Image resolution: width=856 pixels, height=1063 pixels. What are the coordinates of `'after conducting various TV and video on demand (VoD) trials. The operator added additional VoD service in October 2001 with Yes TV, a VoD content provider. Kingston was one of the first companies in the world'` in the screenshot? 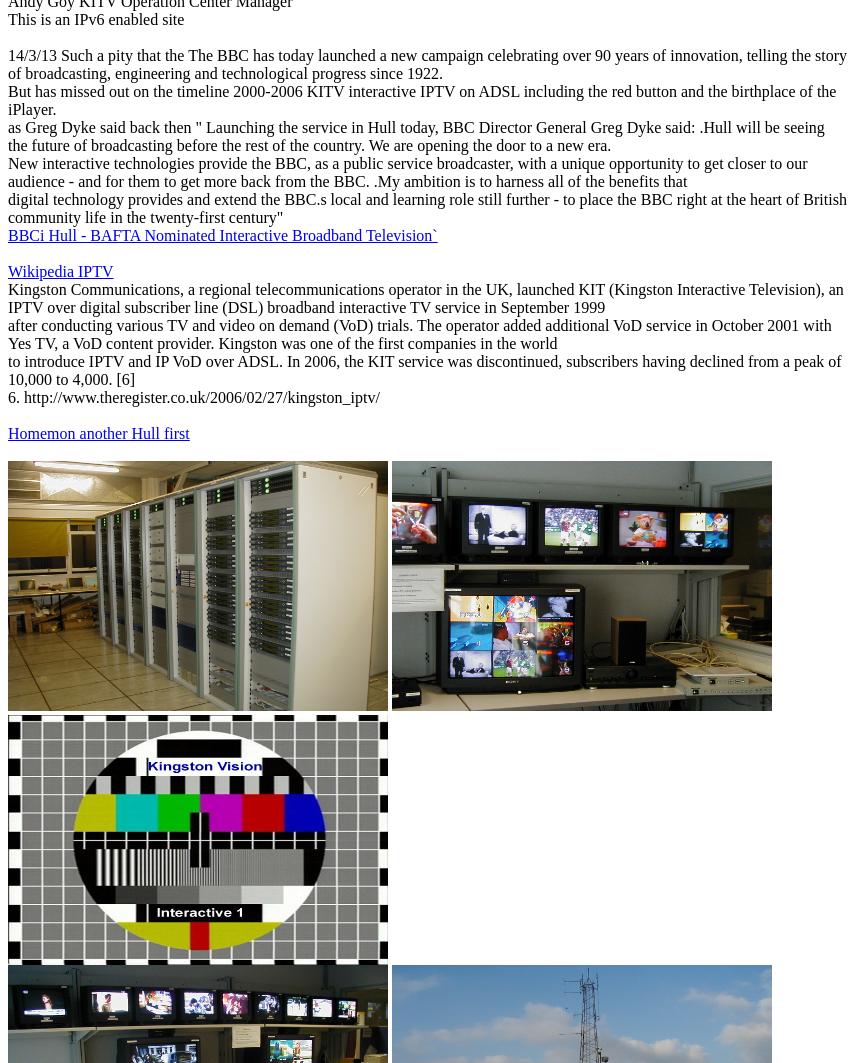 It's located at (7, 333).